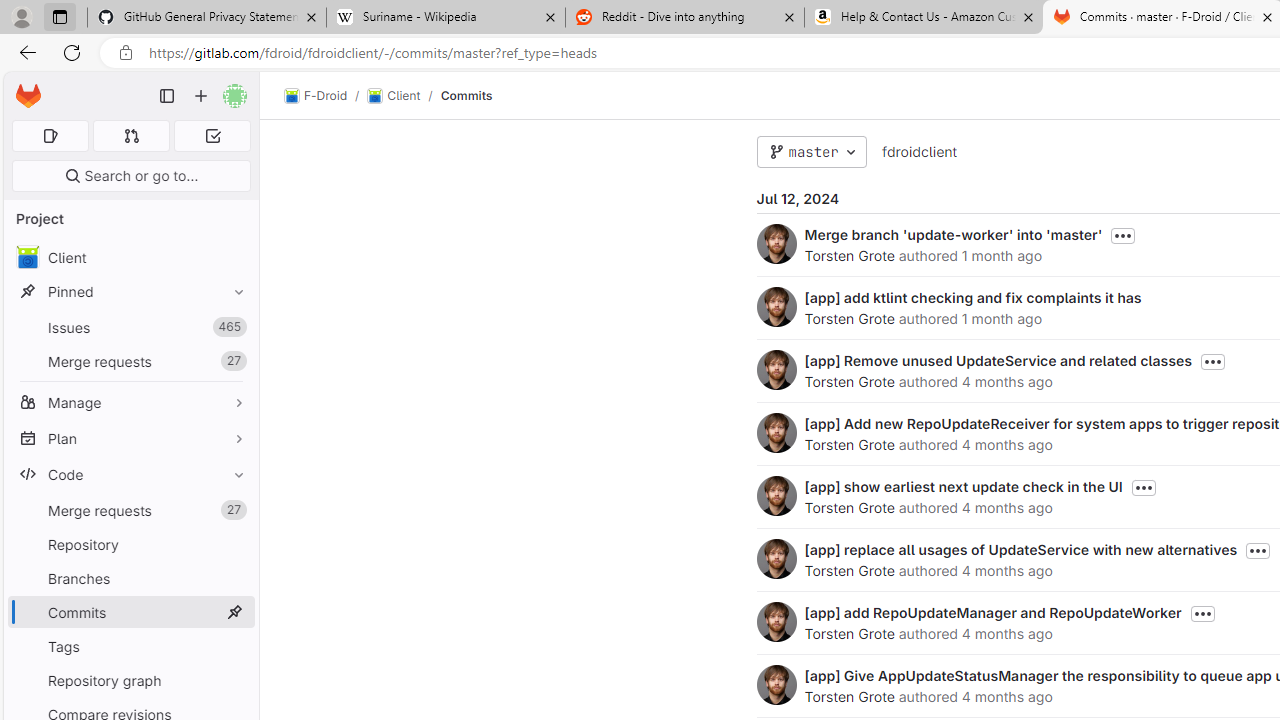 The width and height of the screenshot is (1280, 720). What do you see at coordinates (849, 695) in the screenshot?
I see `'Torsten Grote'` at bounding box center [849, 695].